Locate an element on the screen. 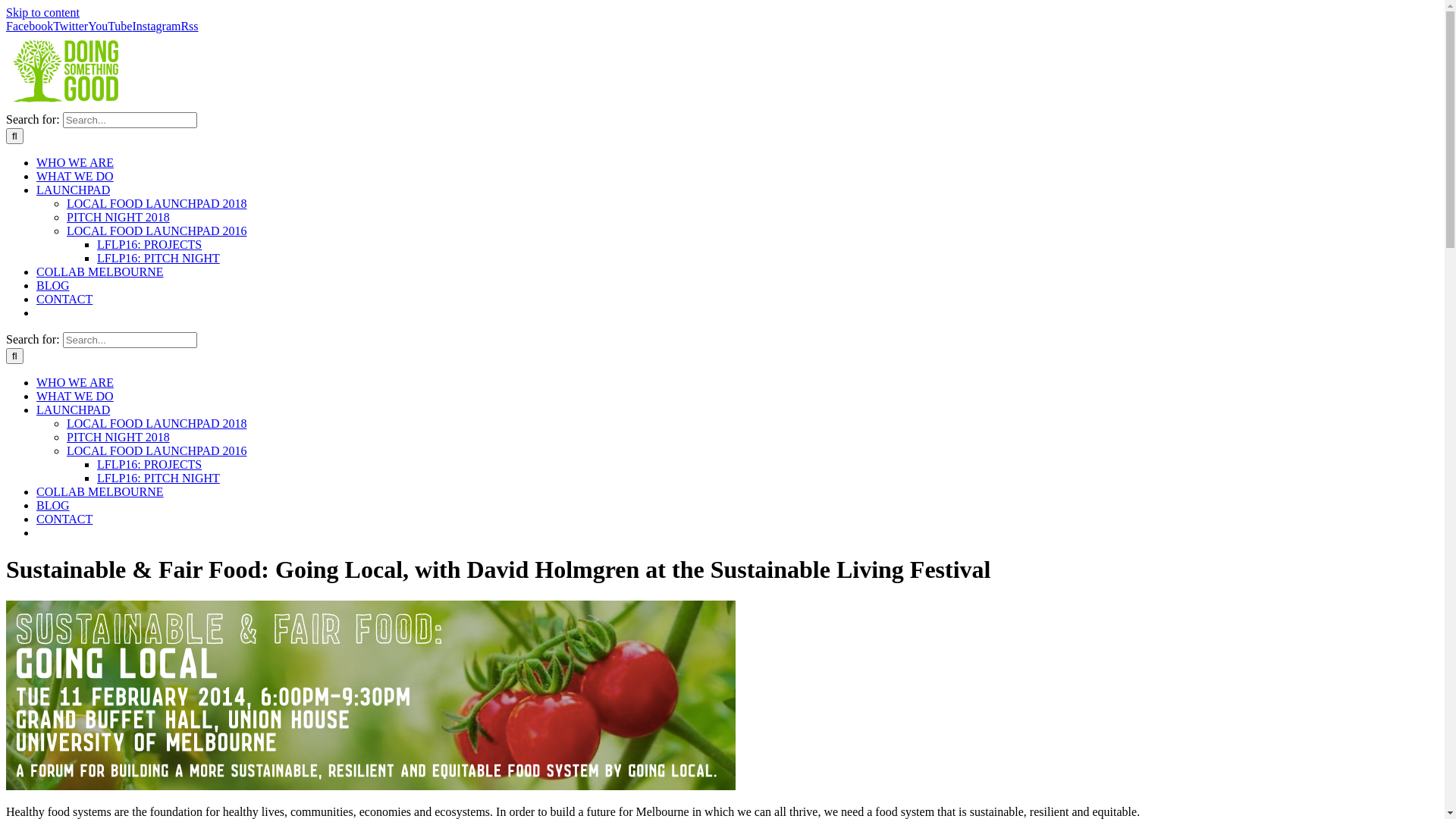  'LFLP16: PROJECTS' is located at coordinates (149, 463).